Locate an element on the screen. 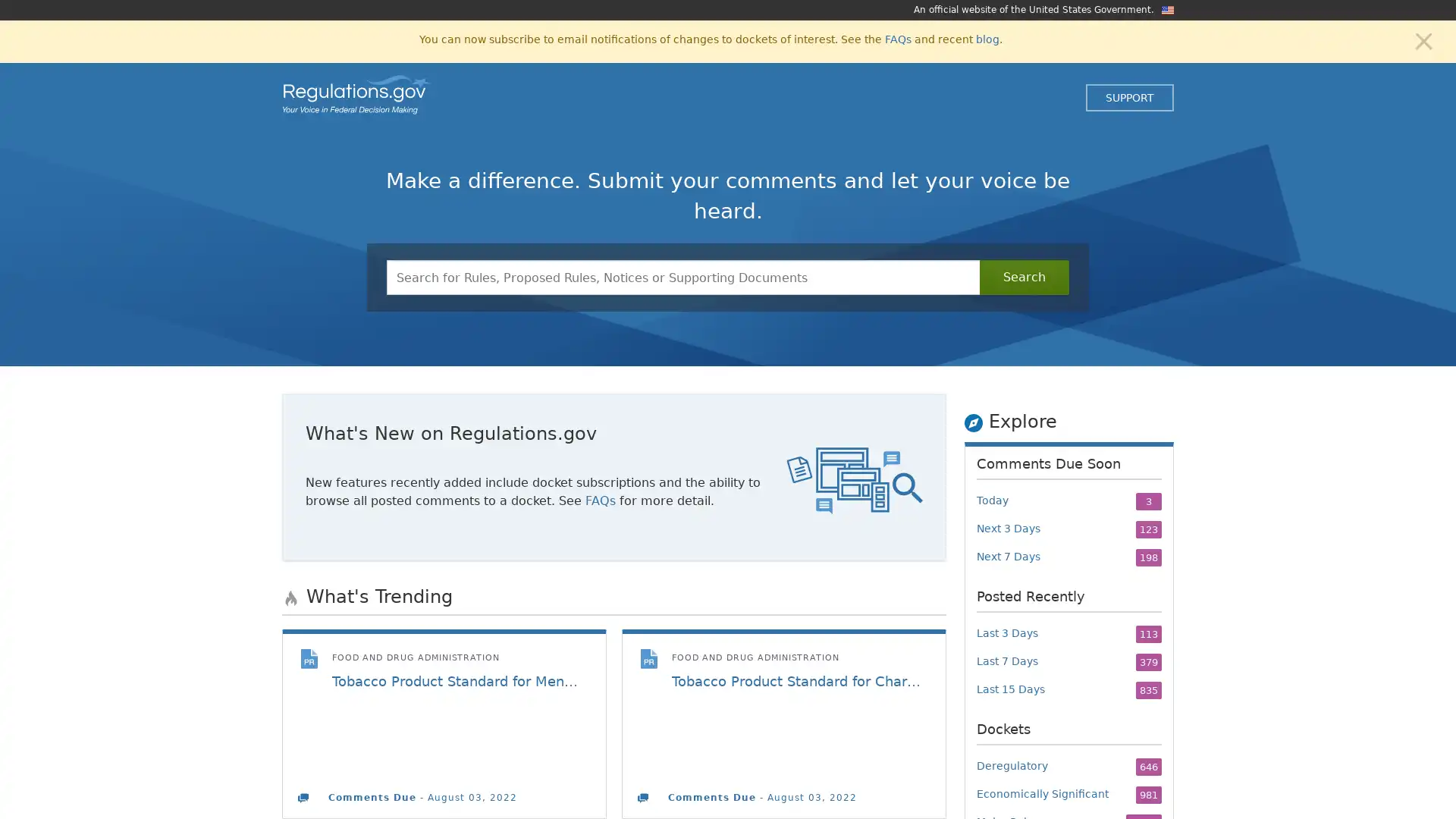 This screenshot has height=819, width=1456. Close is located at coordinates (1423, 39).